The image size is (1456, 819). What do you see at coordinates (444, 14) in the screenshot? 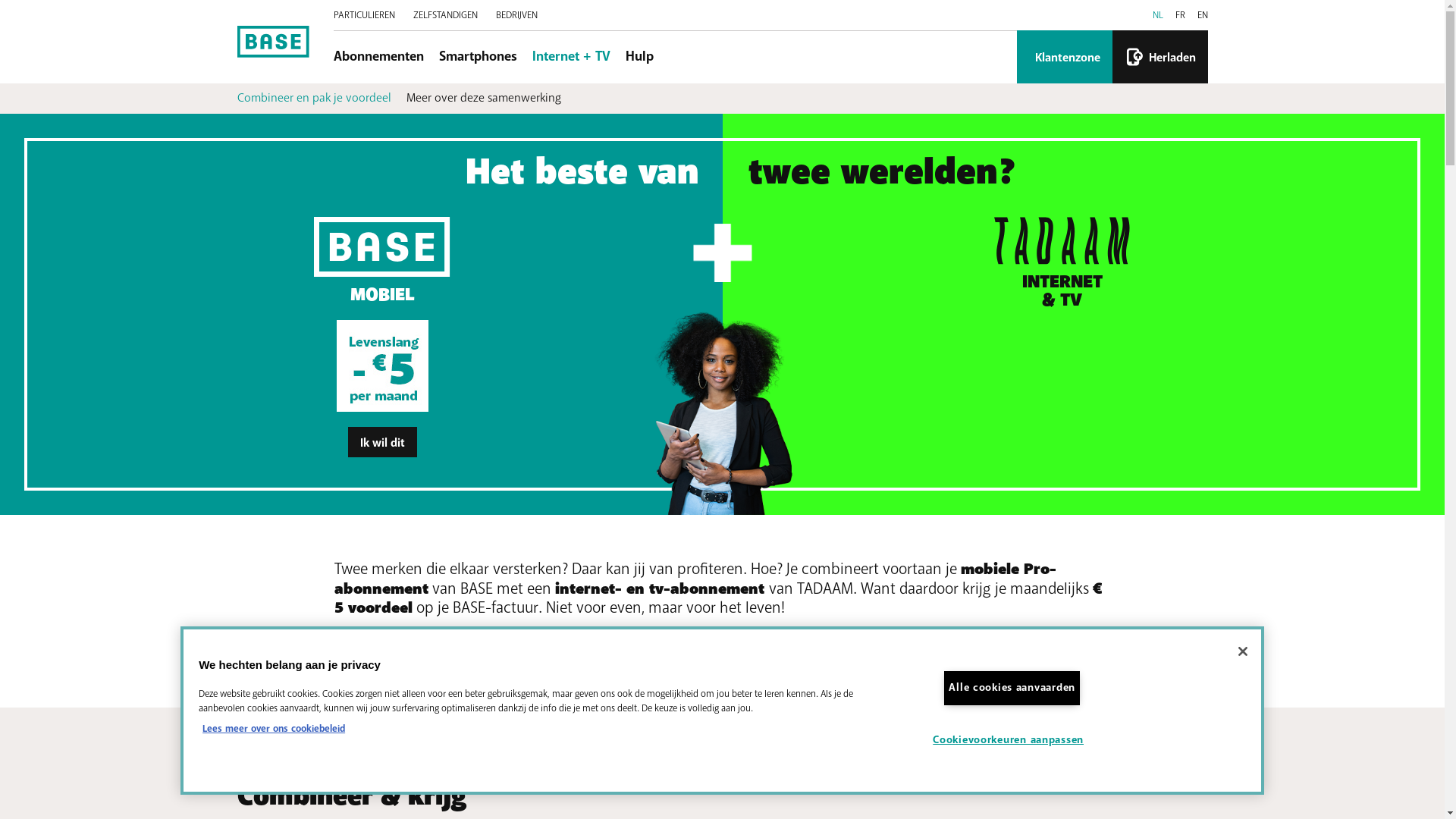
I see `'ZELFSTANDIGEN'` at bounding box center [444, 14].